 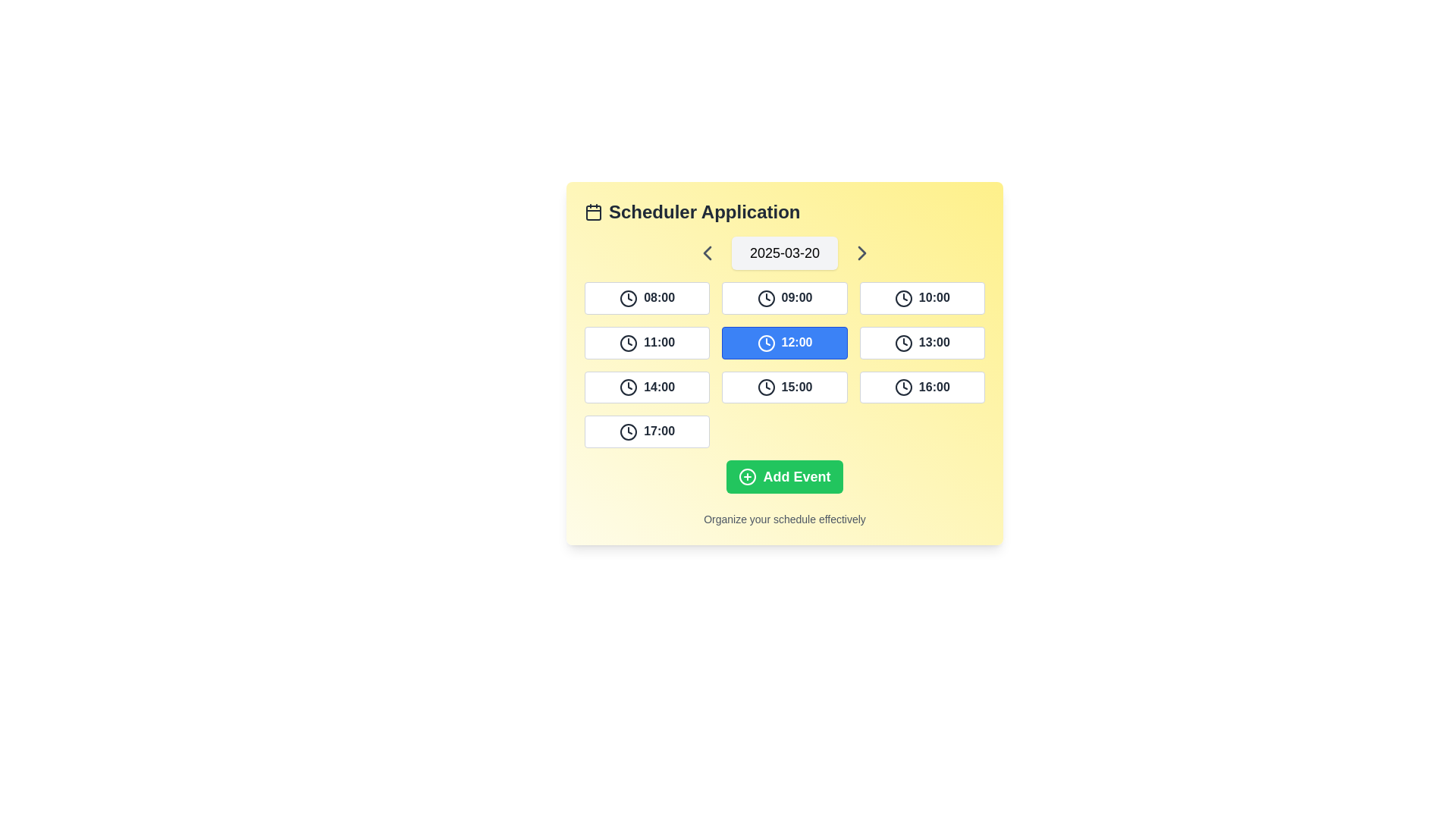 What do you see at coordinates (921, 343) in the screenshot?
I see `the button with an icon and text` at bounding box center [921, 343].